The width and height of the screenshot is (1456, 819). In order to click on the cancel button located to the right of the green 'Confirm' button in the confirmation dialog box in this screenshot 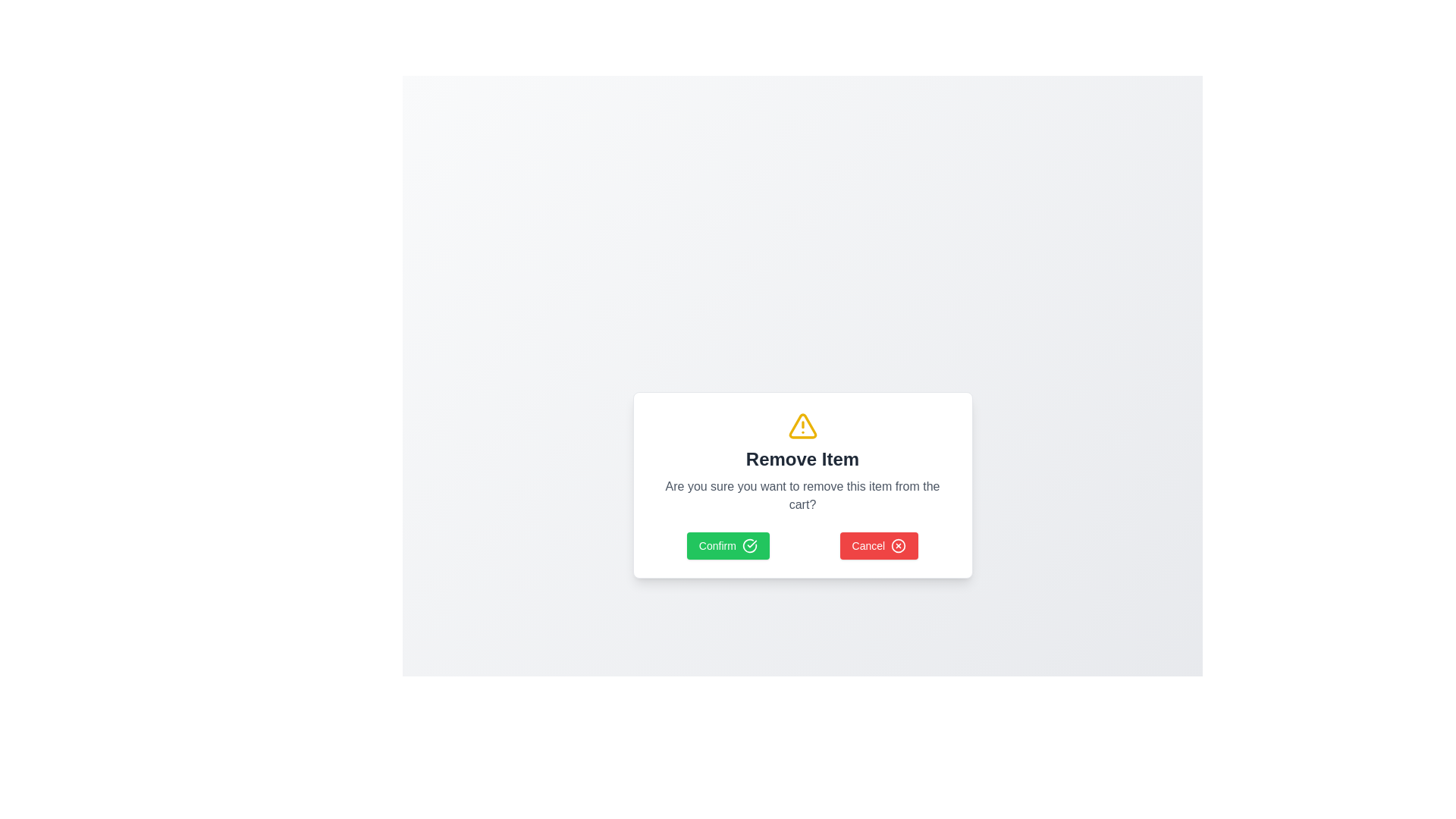, I will do `click(879, 546)`.